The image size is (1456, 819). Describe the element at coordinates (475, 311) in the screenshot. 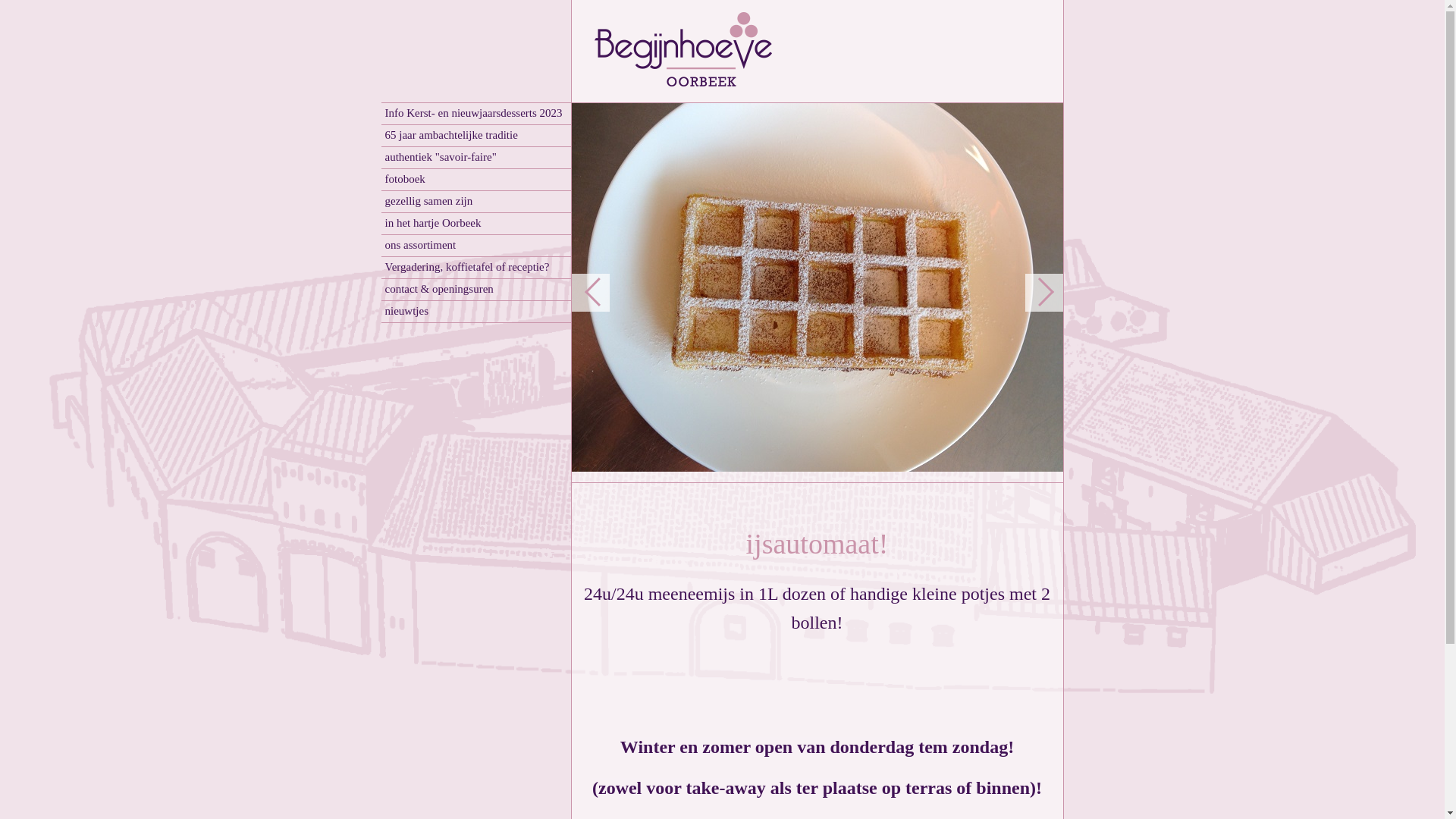

I see `'nieuwtjes'` at that location.